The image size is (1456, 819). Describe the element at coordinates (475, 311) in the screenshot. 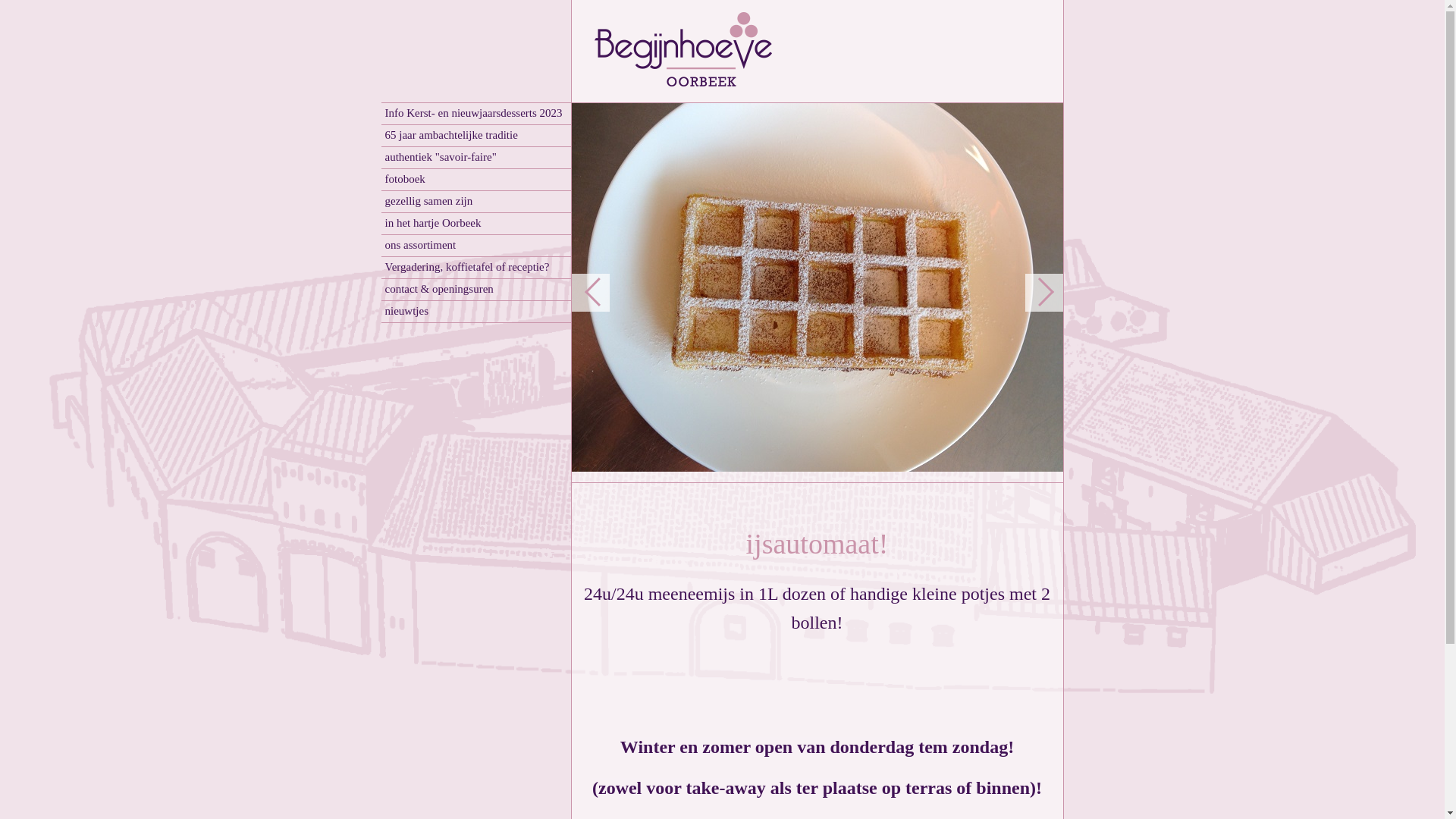

I see `'nieuwtjes'` at that location.